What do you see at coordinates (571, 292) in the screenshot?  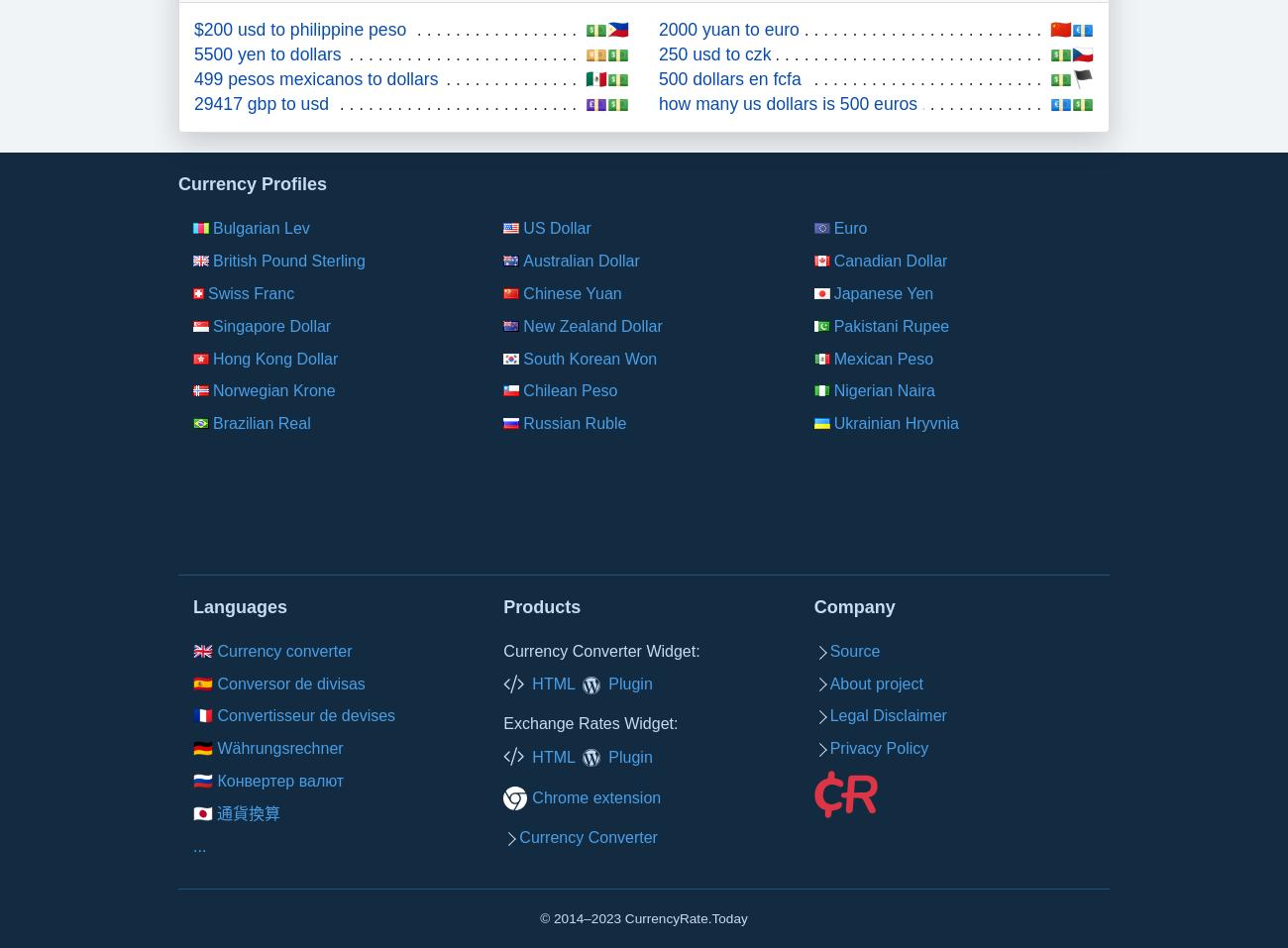 I see `'Chinese Yuan'` at bounding box center [571, 292].